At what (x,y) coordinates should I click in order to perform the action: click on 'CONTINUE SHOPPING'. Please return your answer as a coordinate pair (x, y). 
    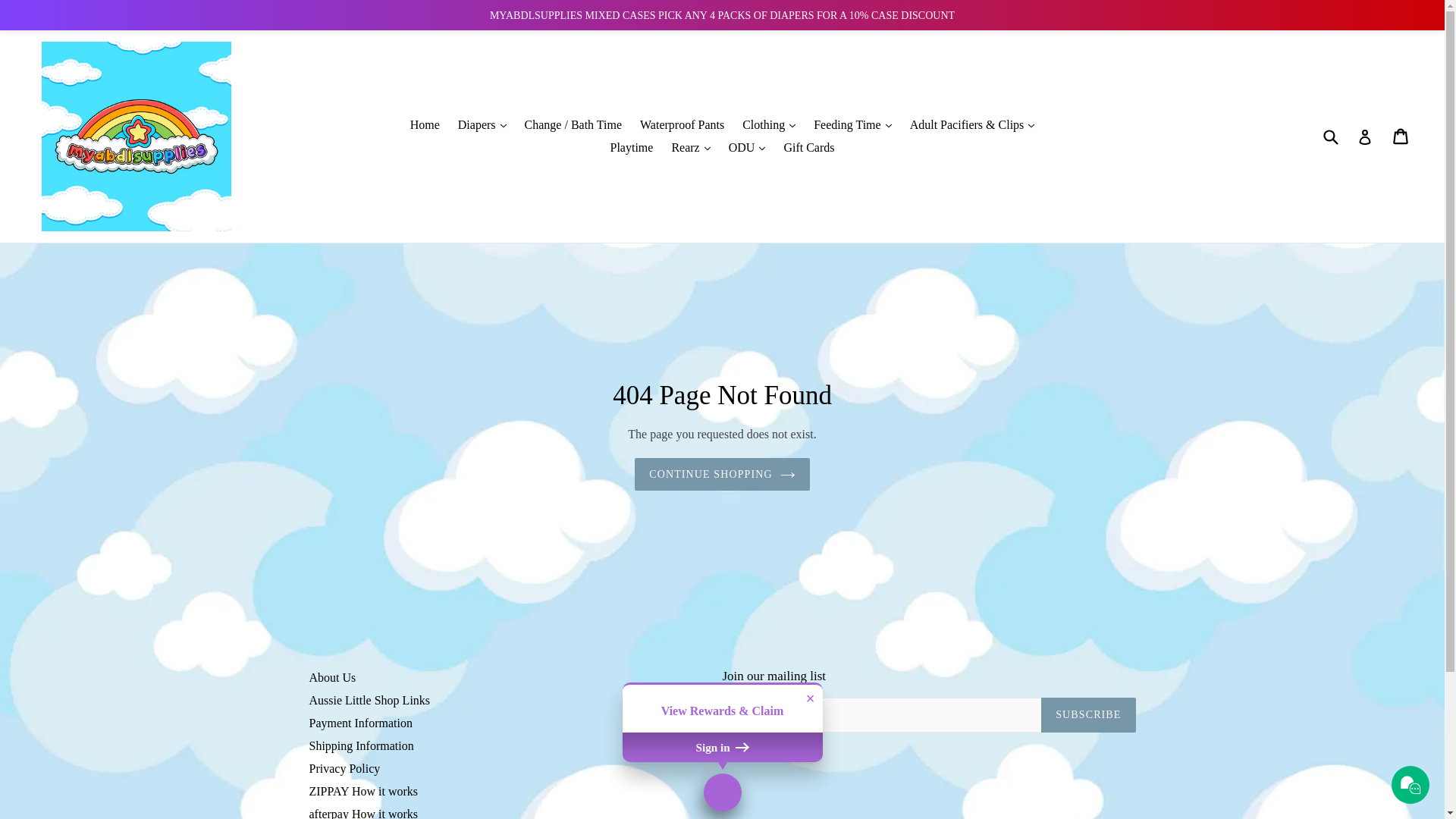
    Looking at the image, I should click on (721, 473).